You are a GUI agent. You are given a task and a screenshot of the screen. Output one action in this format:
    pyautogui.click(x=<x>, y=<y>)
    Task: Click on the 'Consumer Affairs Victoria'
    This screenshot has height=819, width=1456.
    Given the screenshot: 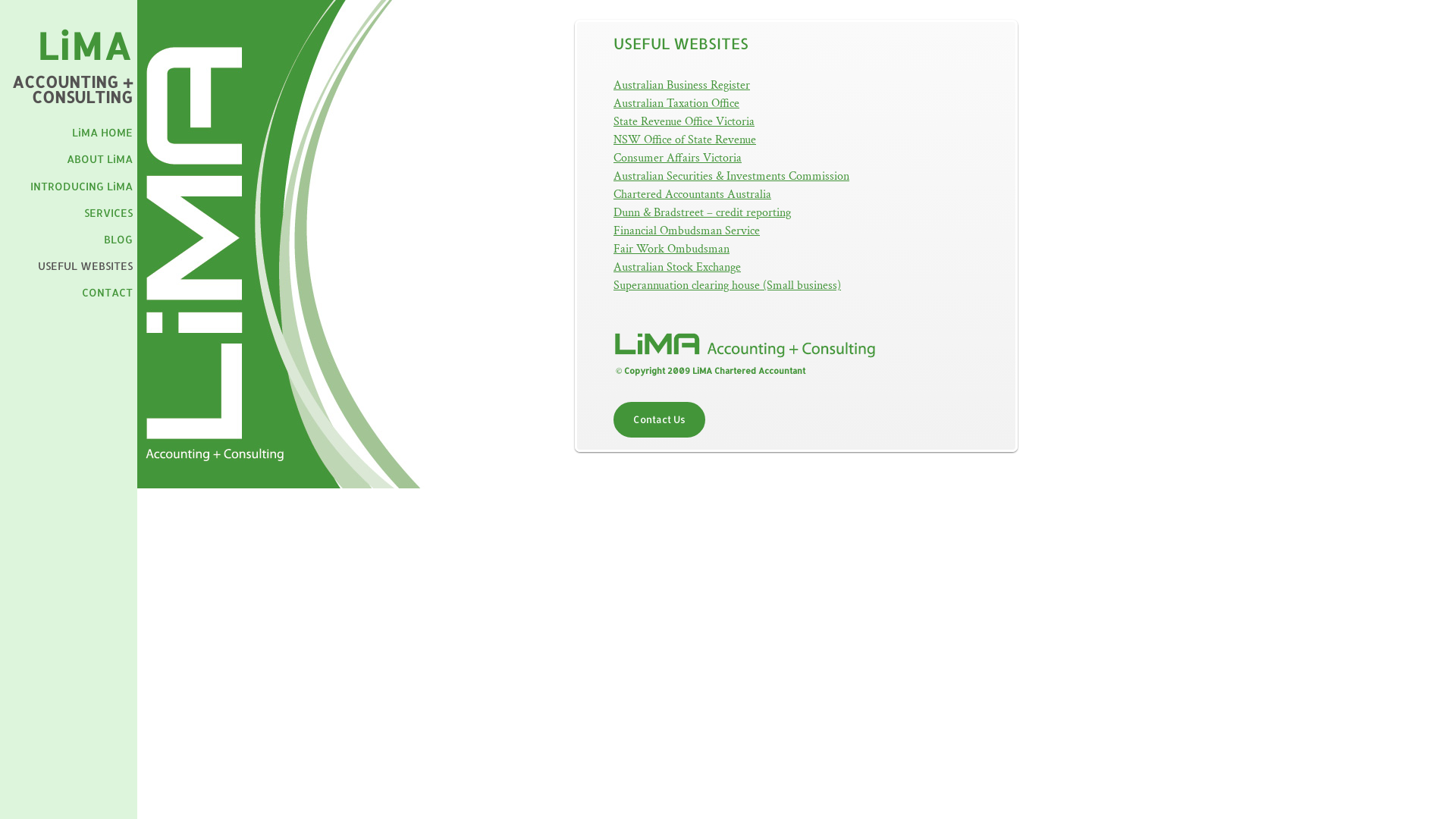 What is the action you would take?
    pyautogui.click(x=676, y=158)
    